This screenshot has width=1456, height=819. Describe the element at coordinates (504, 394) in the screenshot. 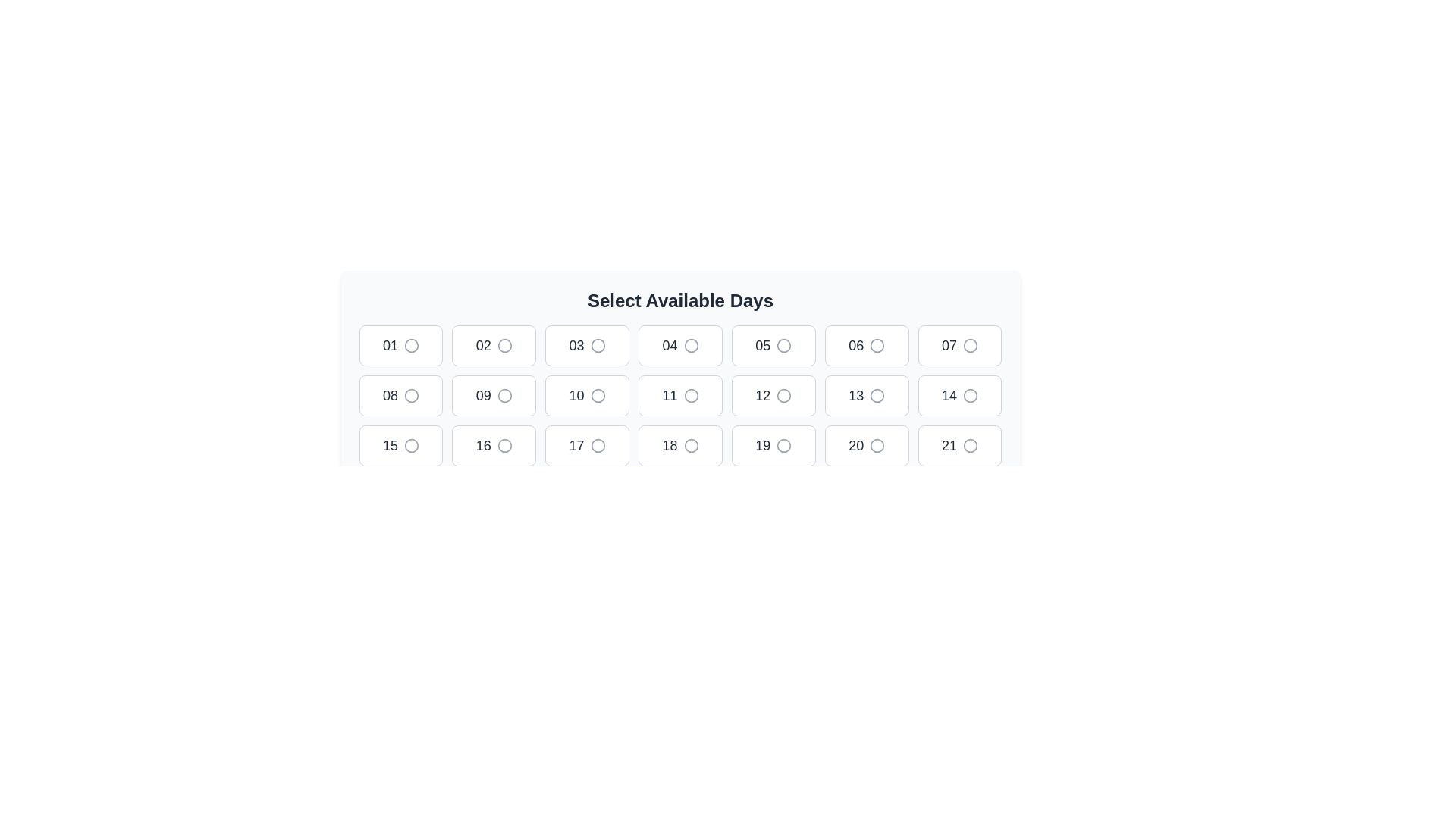

I see `the circular SVG icon with a thin gray border, located to the right of the numeral '09', in the second row and second column of the selectable day options grid` at that location.